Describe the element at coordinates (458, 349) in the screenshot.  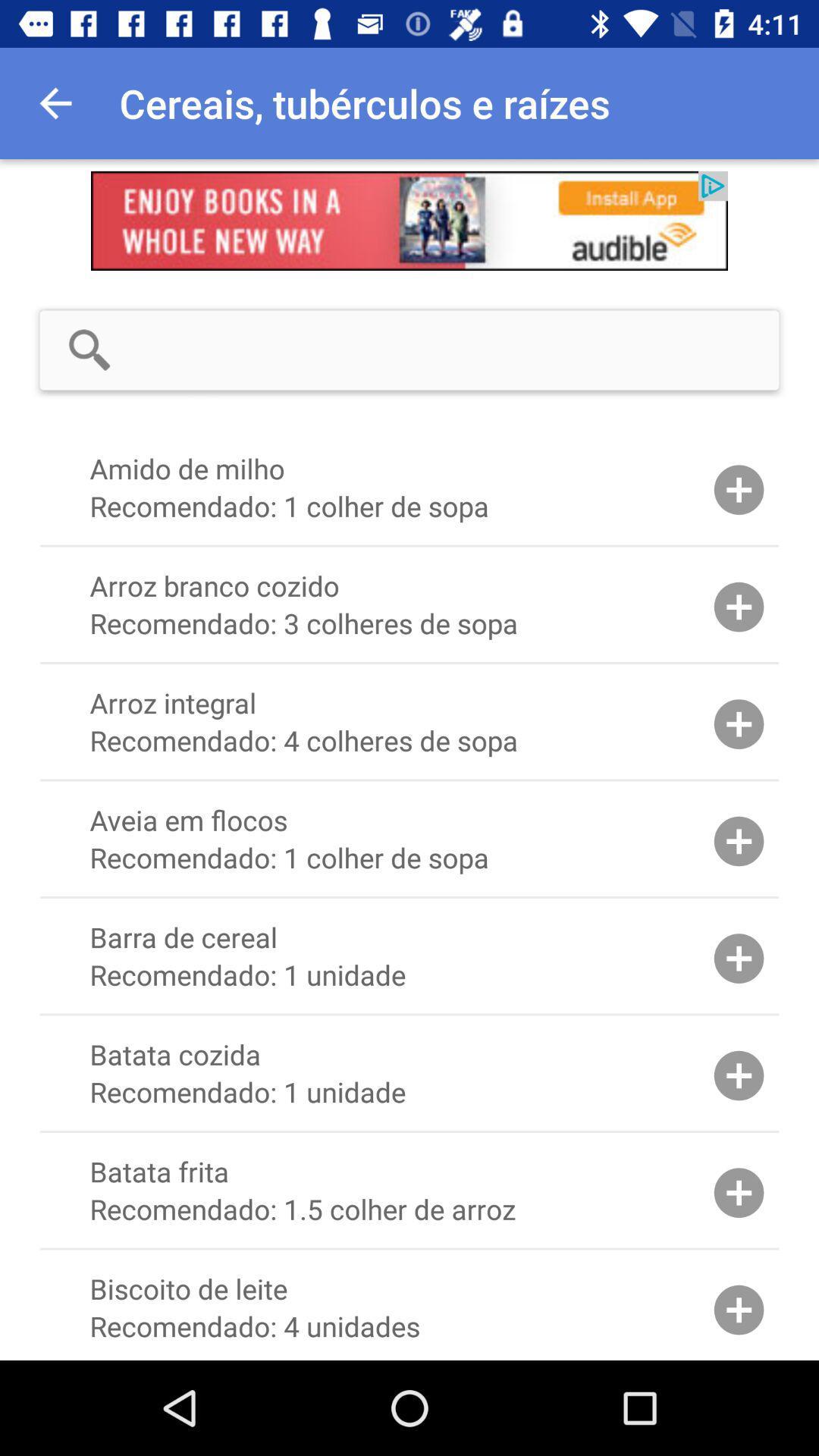
I see `search input` at that location.